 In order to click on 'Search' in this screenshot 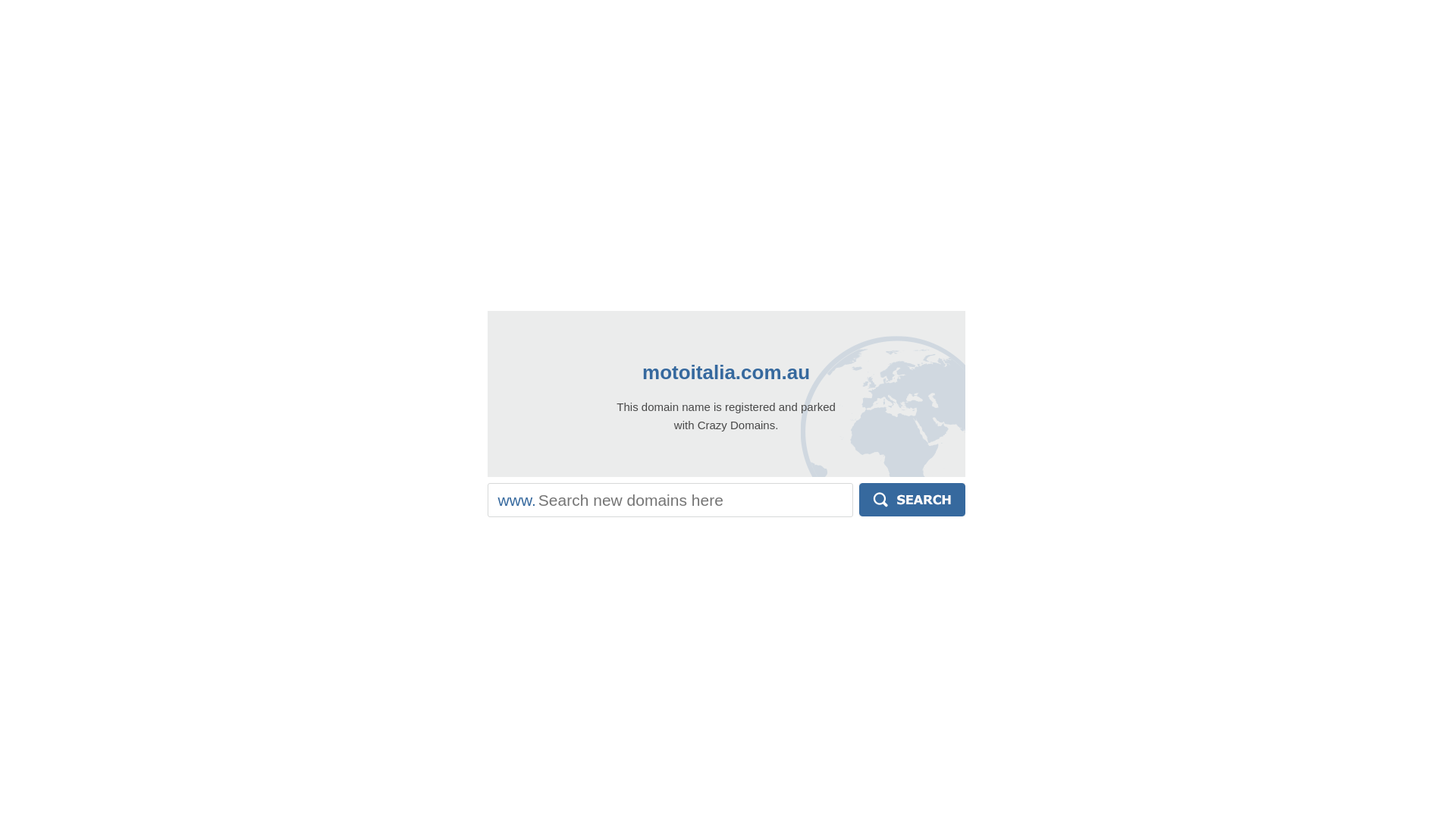, I will do `click(912, 500)`.